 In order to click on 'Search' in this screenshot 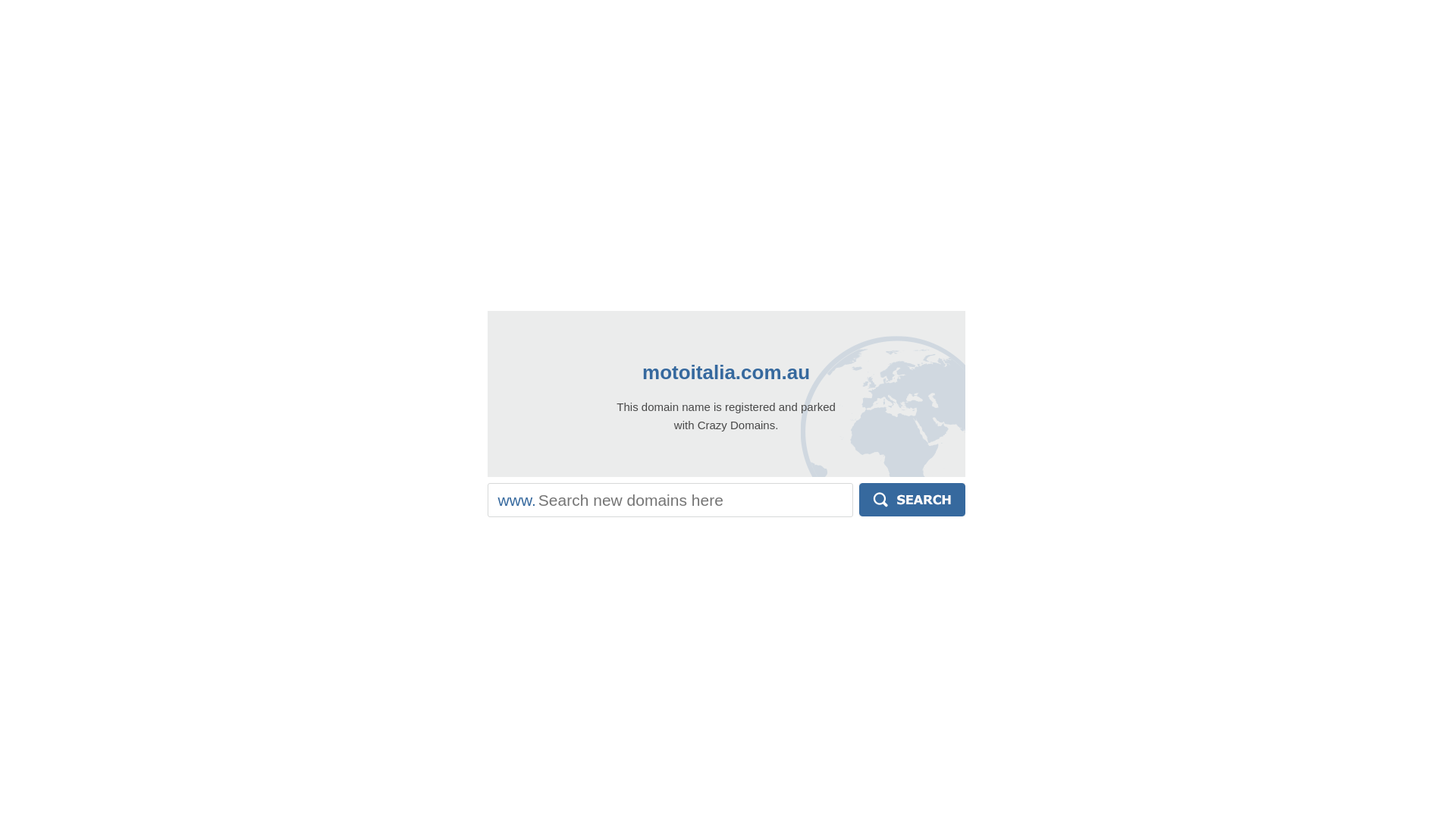, I will do `click(912, 500)`.